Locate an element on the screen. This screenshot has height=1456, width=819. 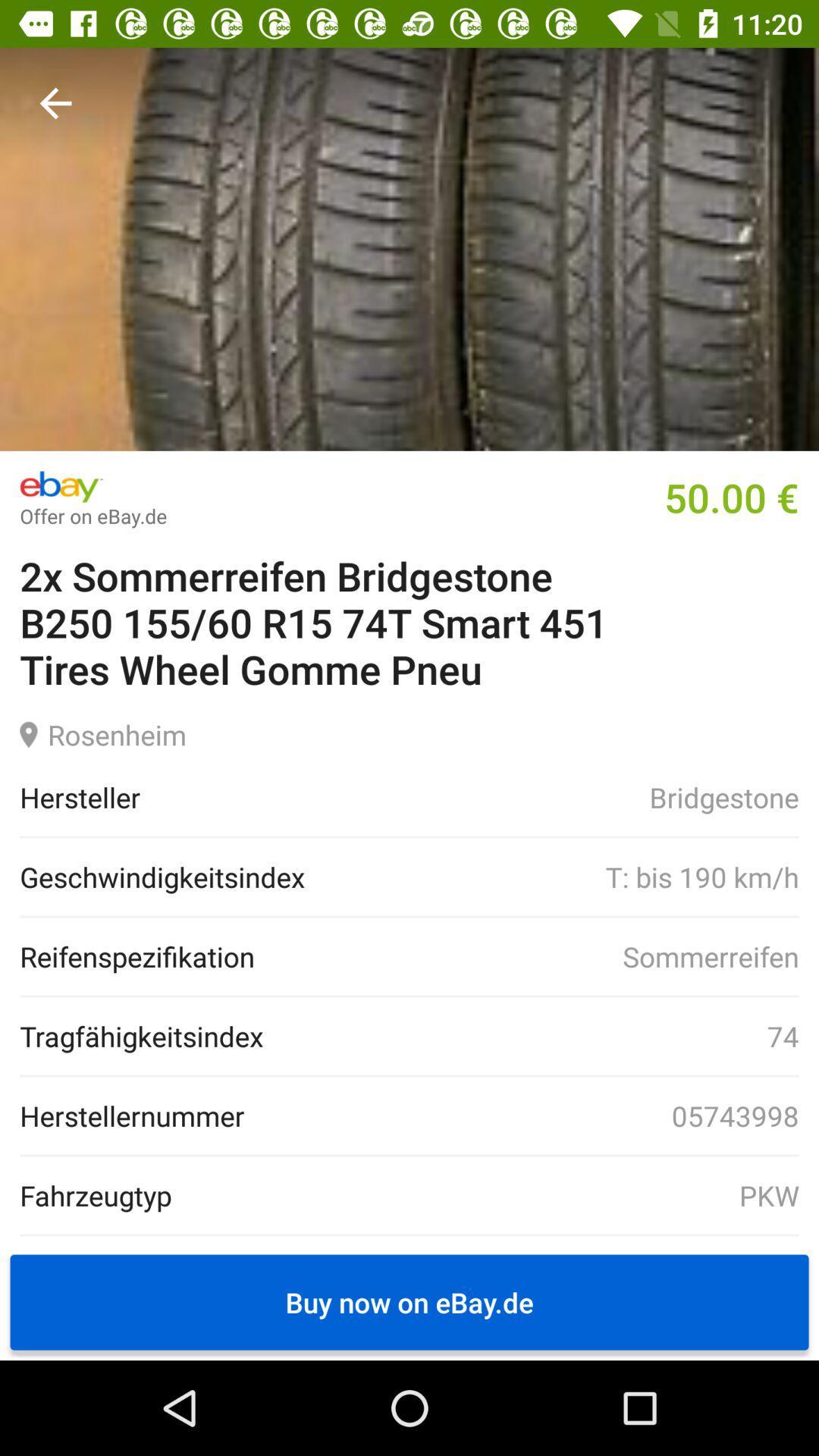
icon next to t bis 190 is located at coordinates (162, 877).